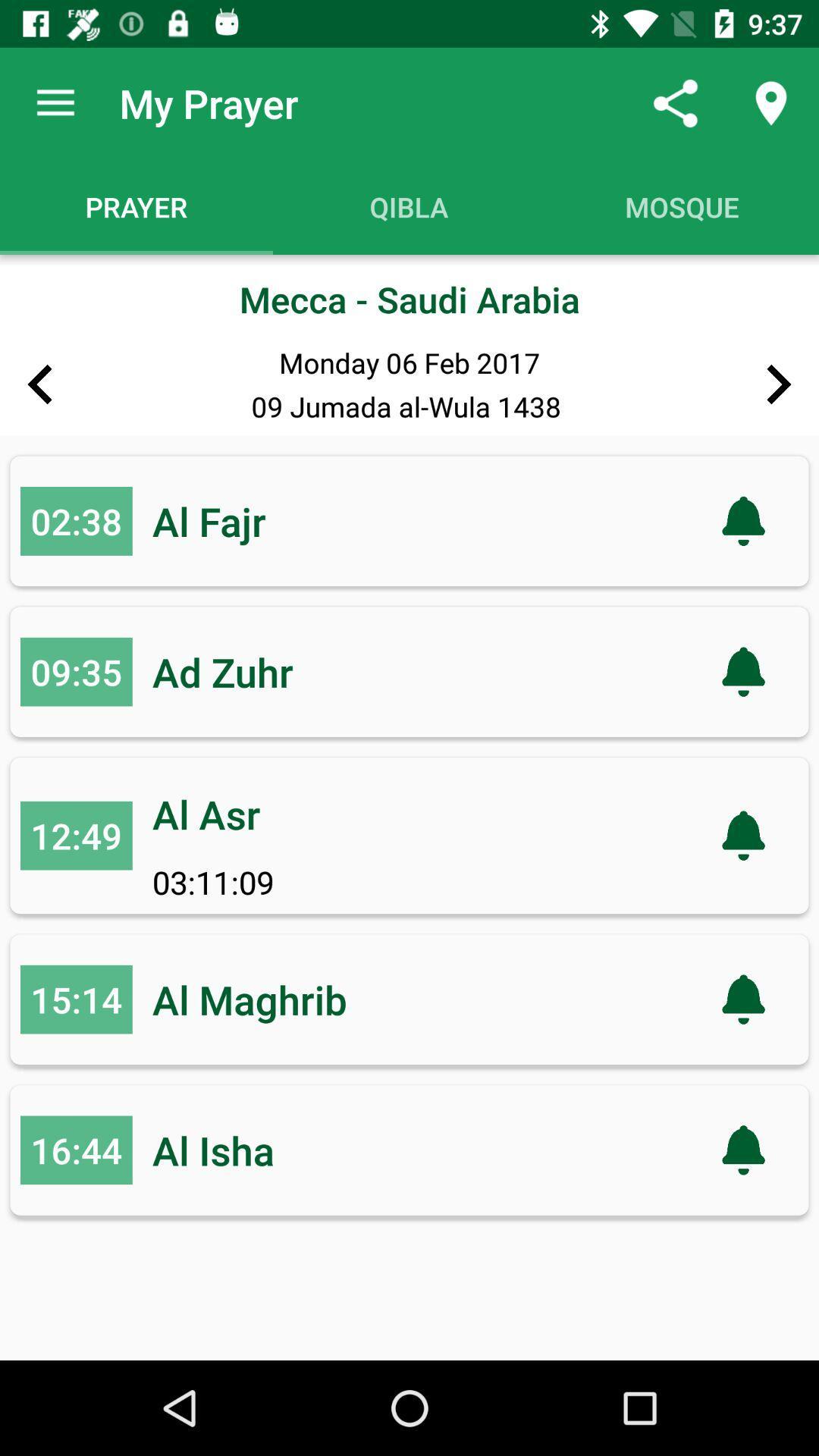  I want to click on the symbol which is beside al fajr, so click(742, 521).